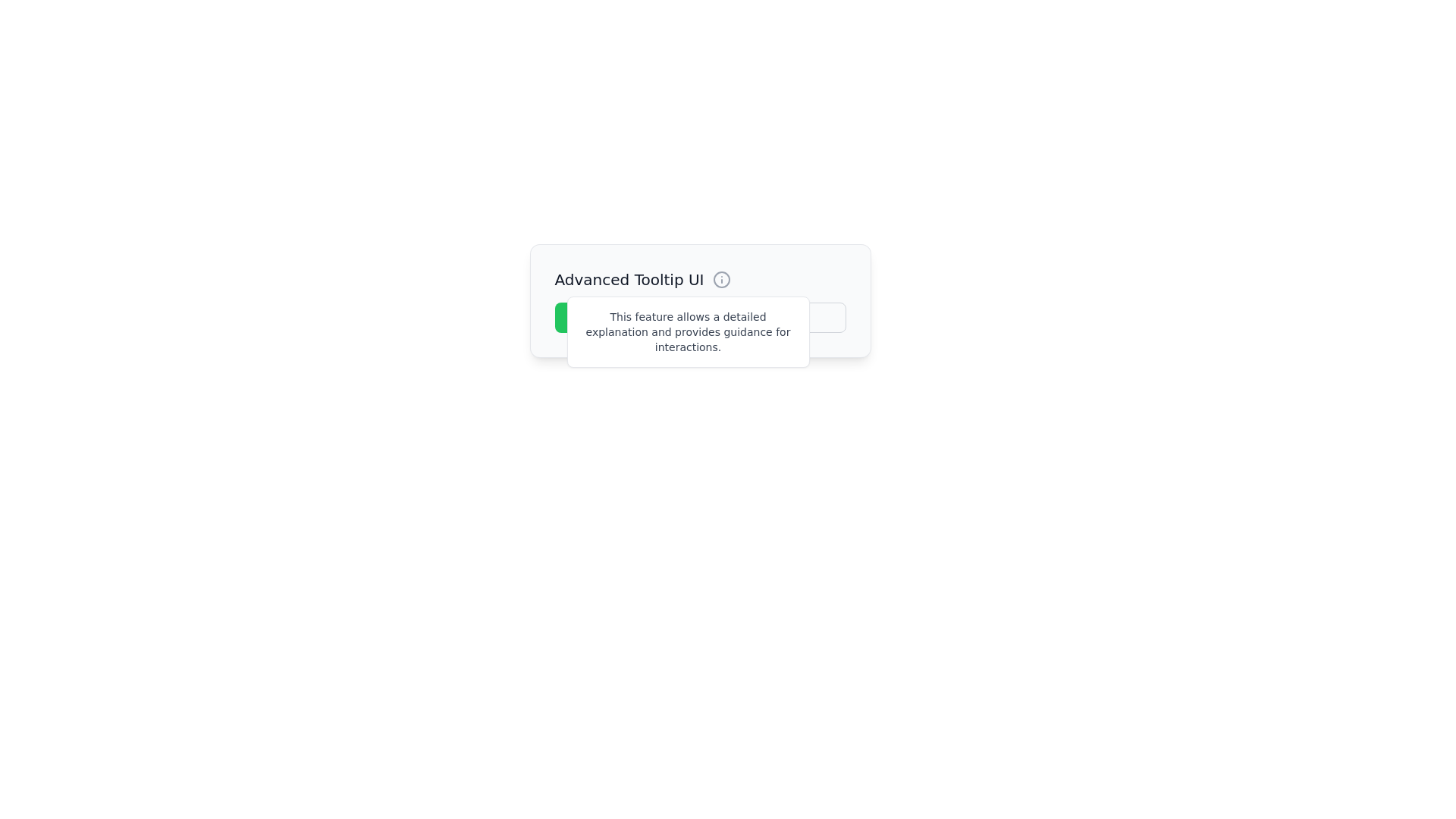  What do you see at coordinates (687, 331) in the screenshot?
I see `the tooltip box that contains the text 'This feature allows a detailed explanation and provides guidance for interactions.' It is a rectangular element with a white background and black text, positioned below the title between the 'Confirm' and 'Cancel' buttons` at bounding box center [687, 331].